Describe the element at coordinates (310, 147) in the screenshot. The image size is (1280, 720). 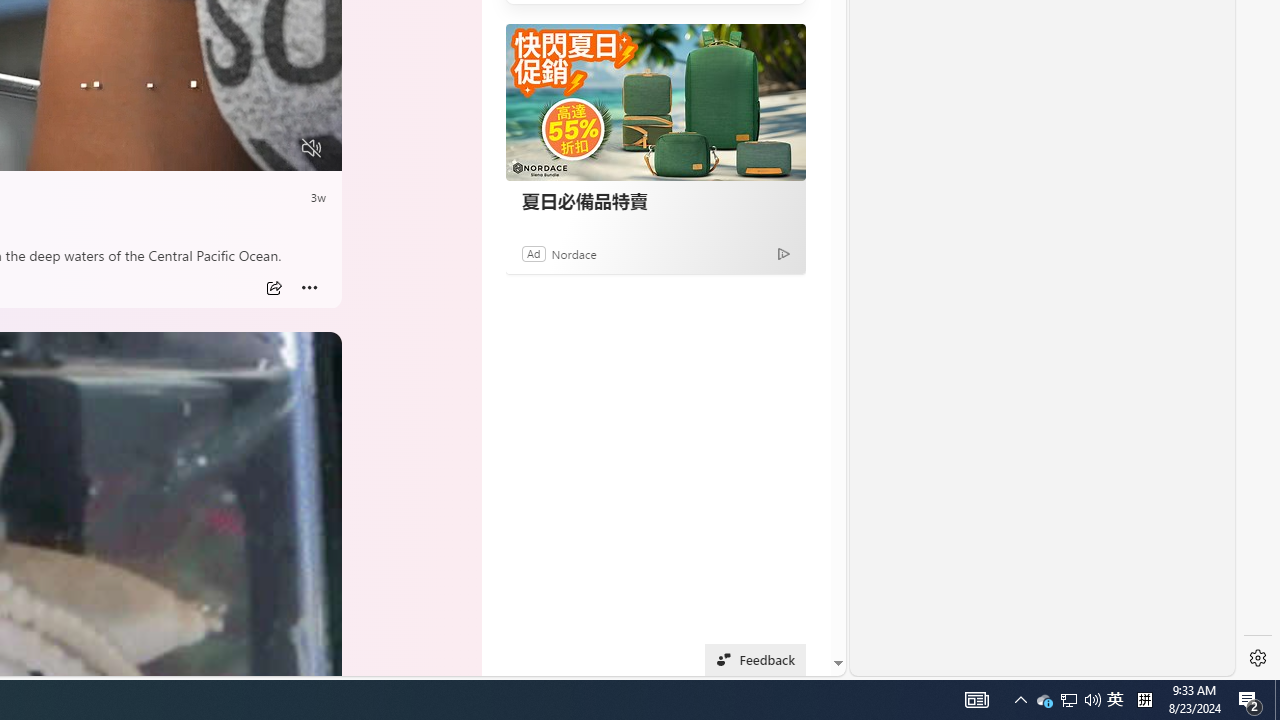
I see `'Unmute'` at that location.